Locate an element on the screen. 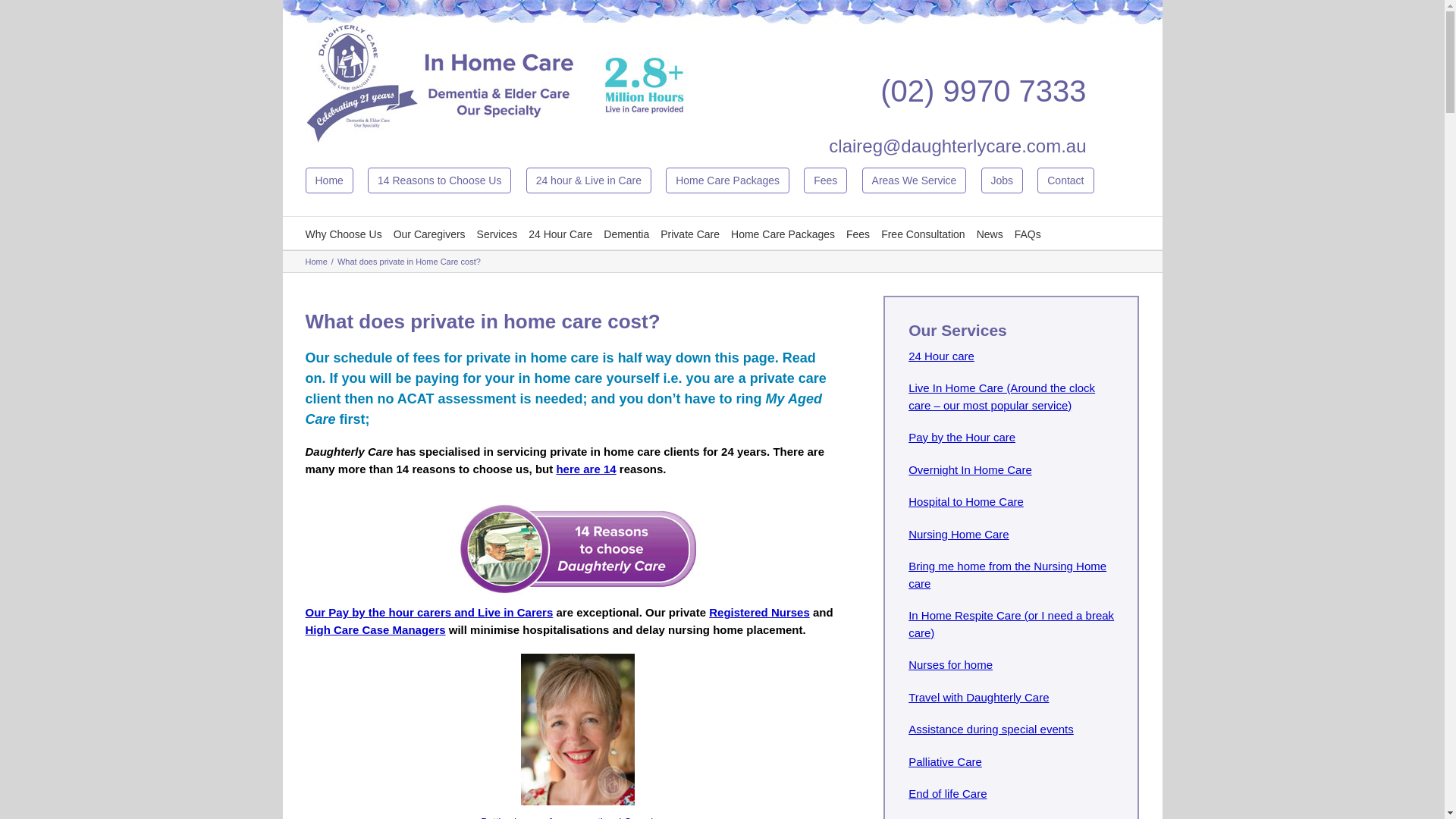  'Jobs' is located at coordinates (981, 180).